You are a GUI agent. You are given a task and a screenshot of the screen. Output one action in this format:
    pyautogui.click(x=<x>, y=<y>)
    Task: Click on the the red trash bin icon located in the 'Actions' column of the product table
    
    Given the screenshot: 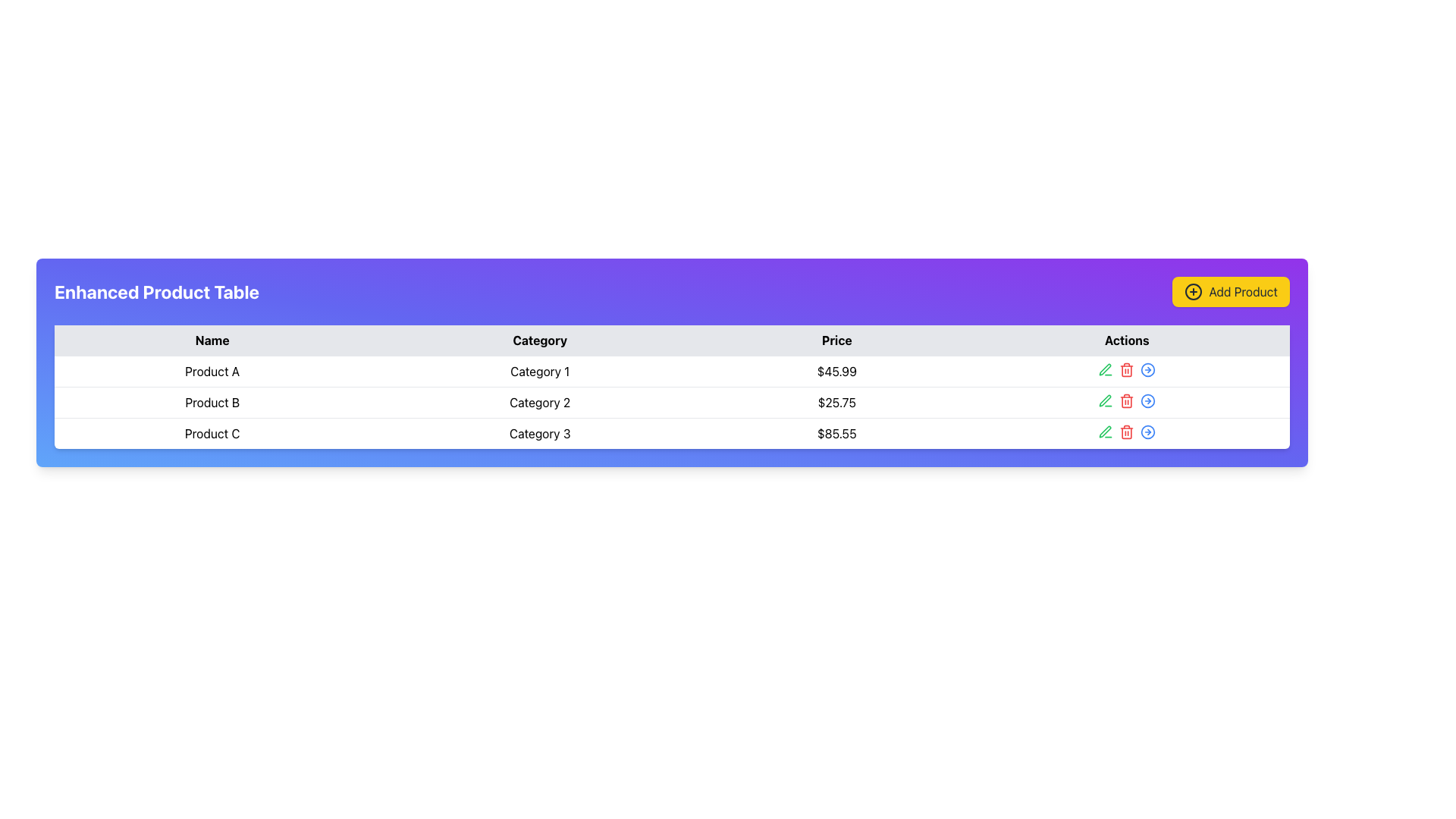 What is the action you would take?
    pyautogui.click(x=1127, y=370)
    